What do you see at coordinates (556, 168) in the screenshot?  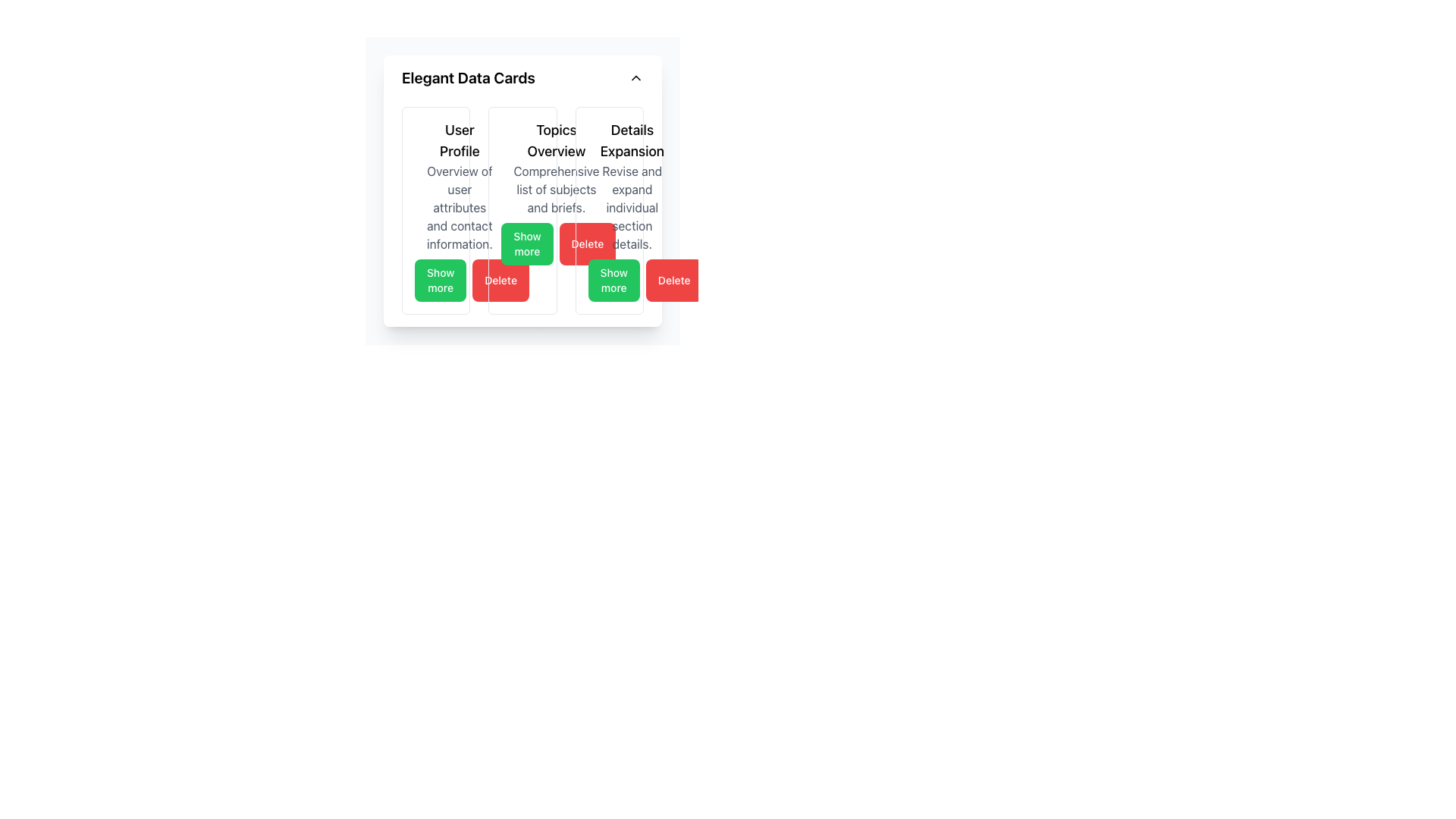 I see `the second card's text component that serves as a section header and description, summarizing the topics covered in this area for accessibility` at bounding box center [556, 168].